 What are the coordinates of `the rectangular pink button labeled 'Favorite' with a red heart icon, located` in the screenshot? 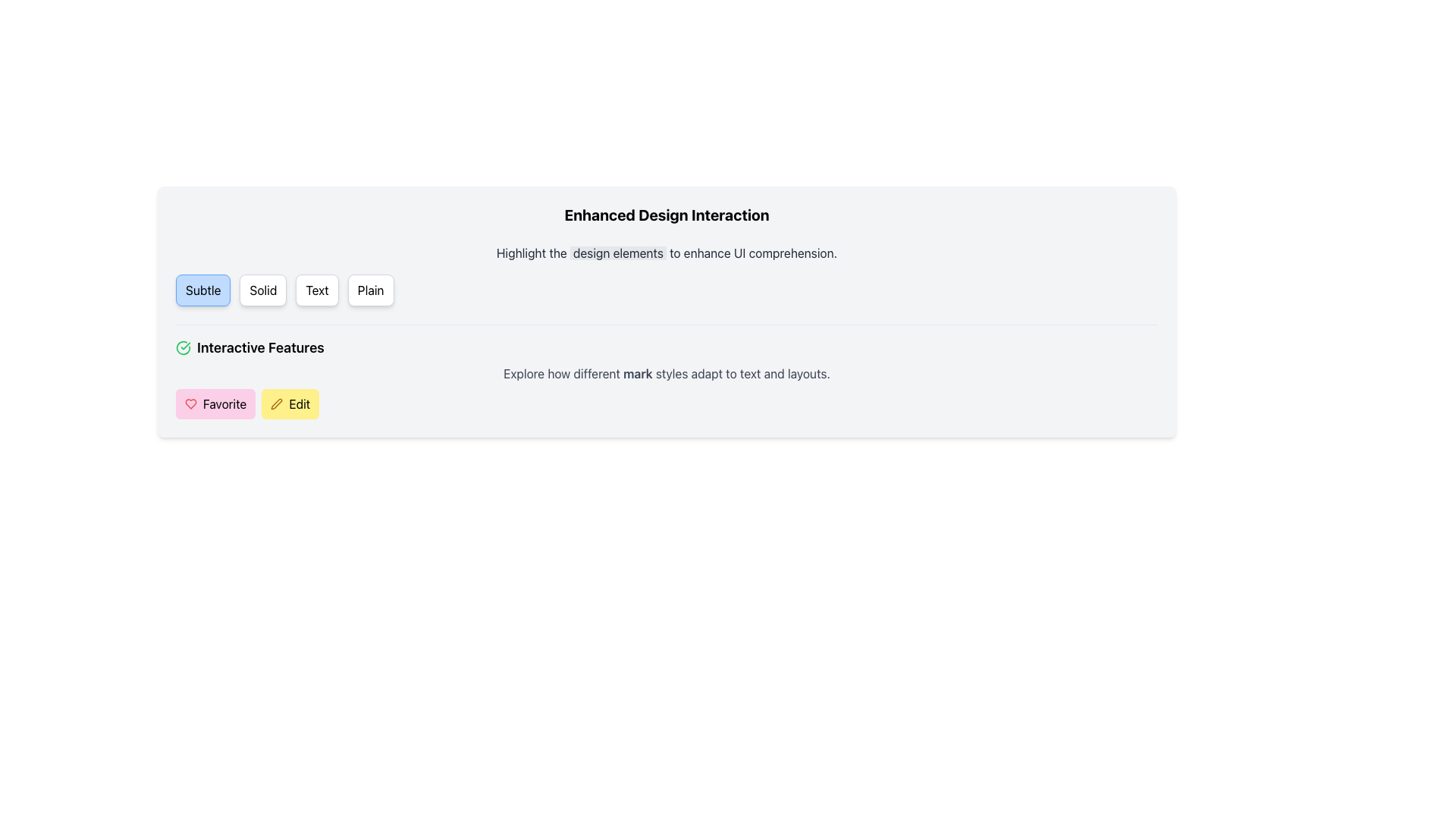 It's located at (215, 403).